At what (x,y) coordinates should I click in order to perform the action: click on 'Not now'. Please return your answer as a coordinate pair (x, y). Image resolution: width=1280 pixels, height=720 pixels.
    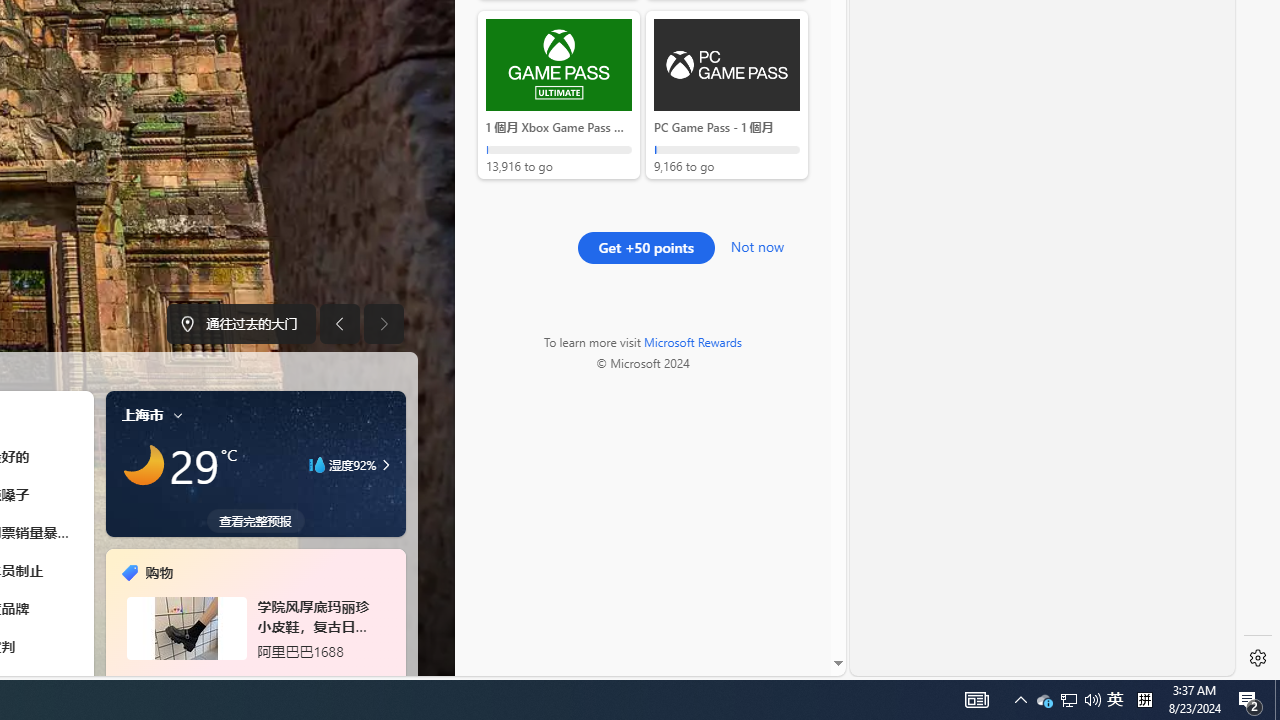
    Looking at the image, I should click on (756, 243).